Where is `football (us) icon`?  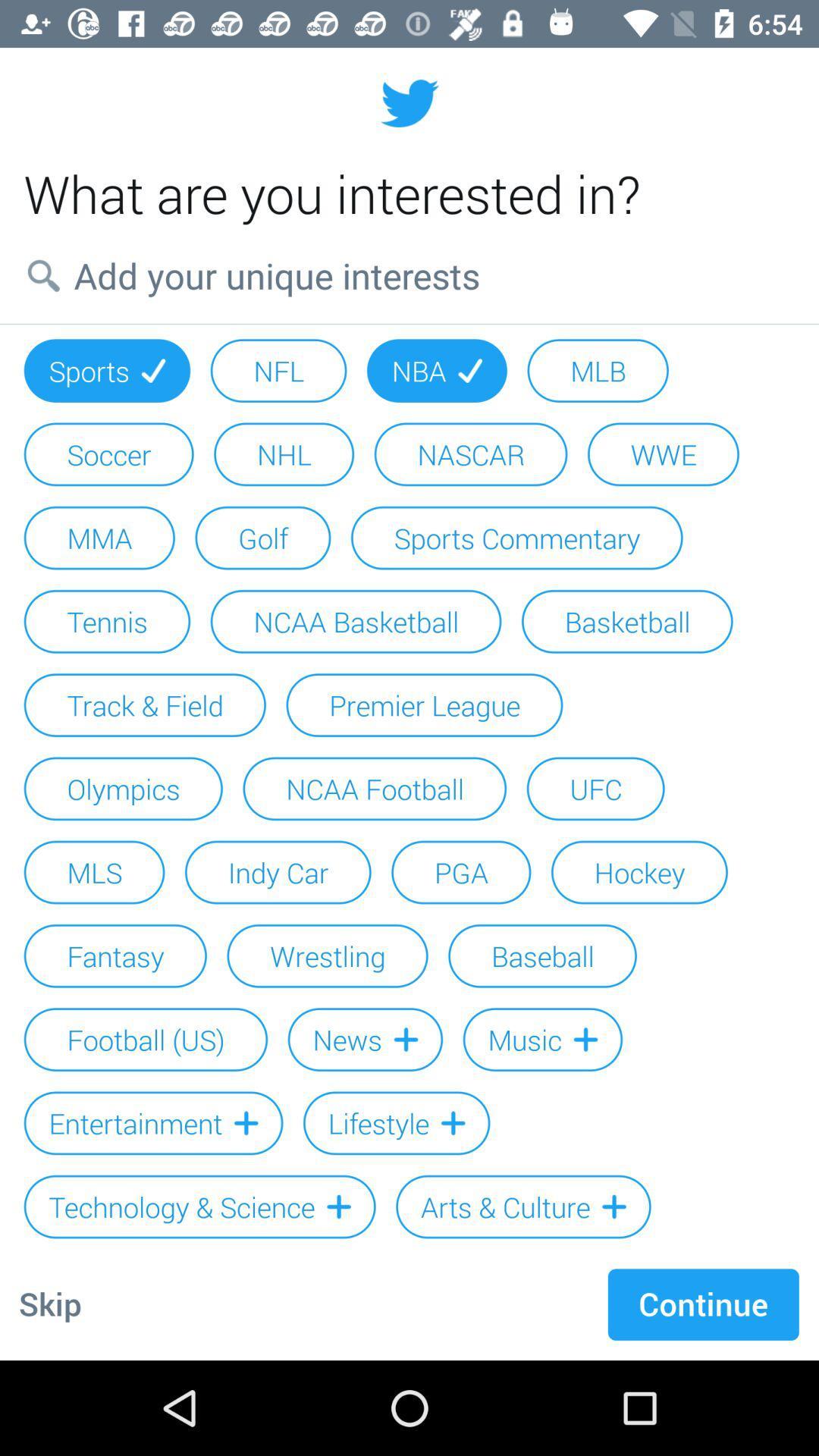
football (us) icon is located at coordinates (146, 1039).